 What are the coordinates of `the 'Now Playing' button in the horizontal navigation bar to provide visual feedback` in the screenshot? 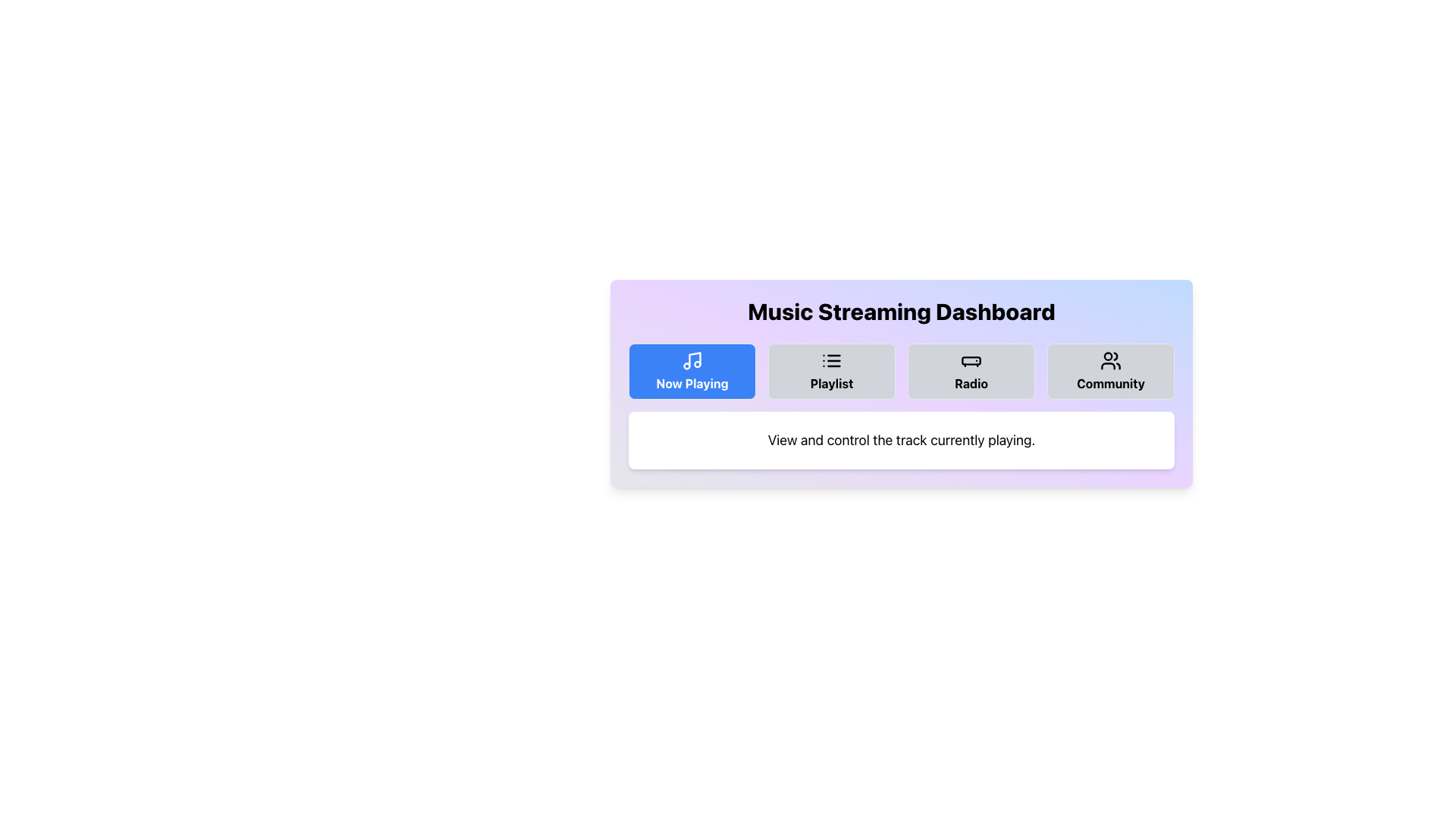 It's located at (691, 371).